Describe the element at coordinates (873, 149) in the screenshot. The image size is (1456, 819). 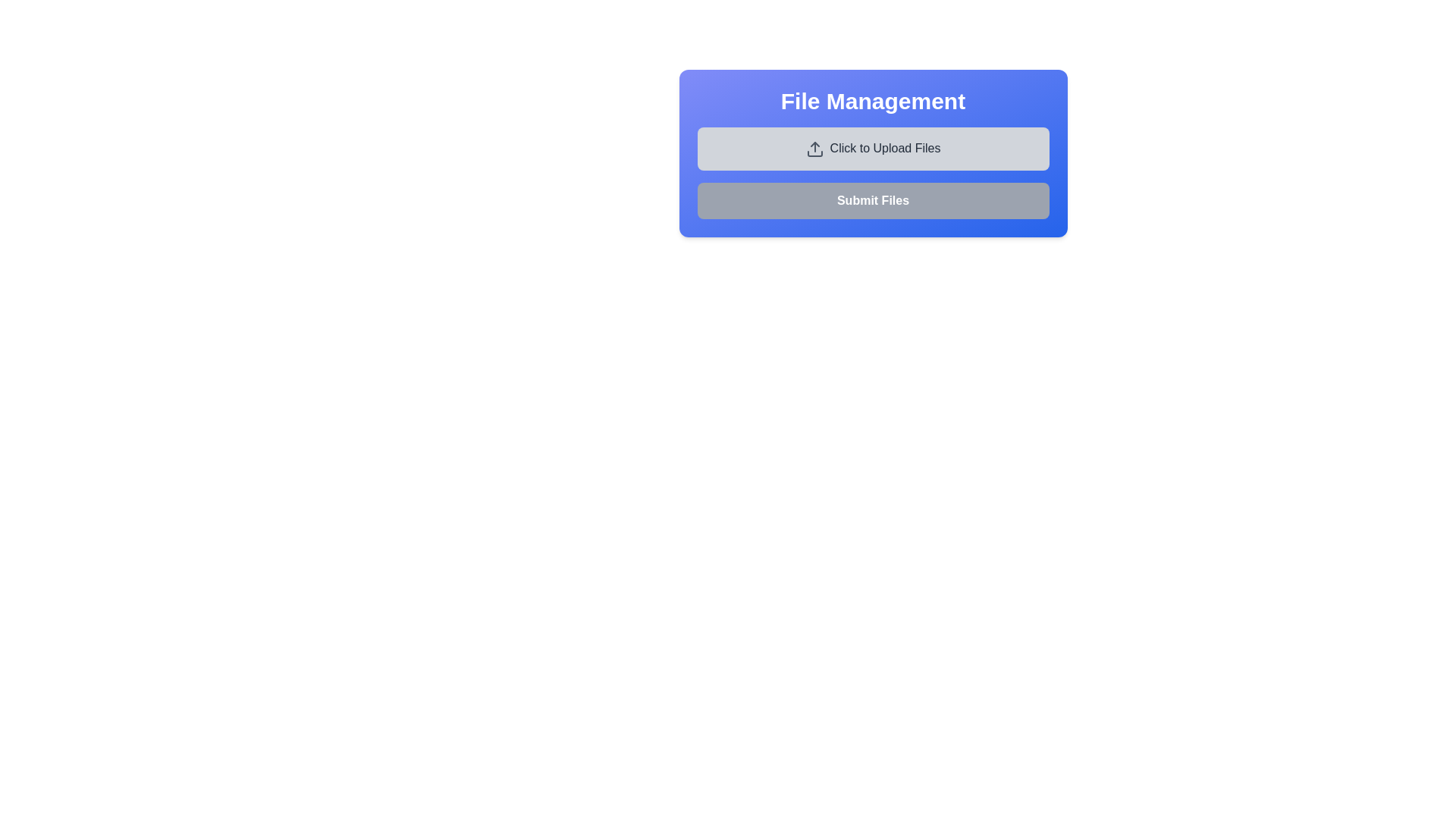
I see `the file upload button located below the 'File Management' heading and above the 'Submit Files' button` at that location.